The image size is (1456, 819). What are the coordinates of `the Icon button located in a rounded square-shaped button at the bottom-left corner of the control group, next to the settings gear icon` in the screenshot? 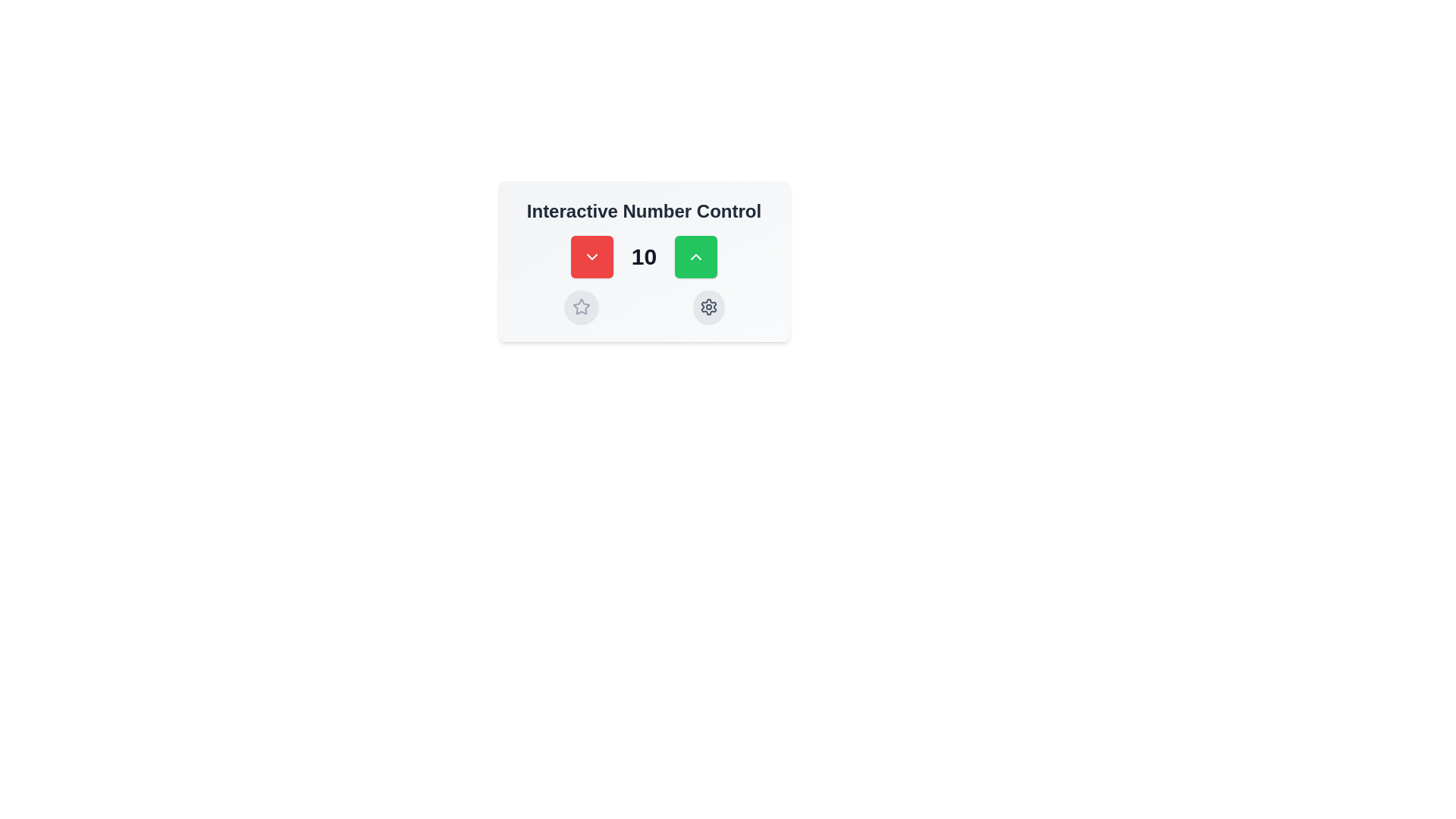 It's located at (580, 307).